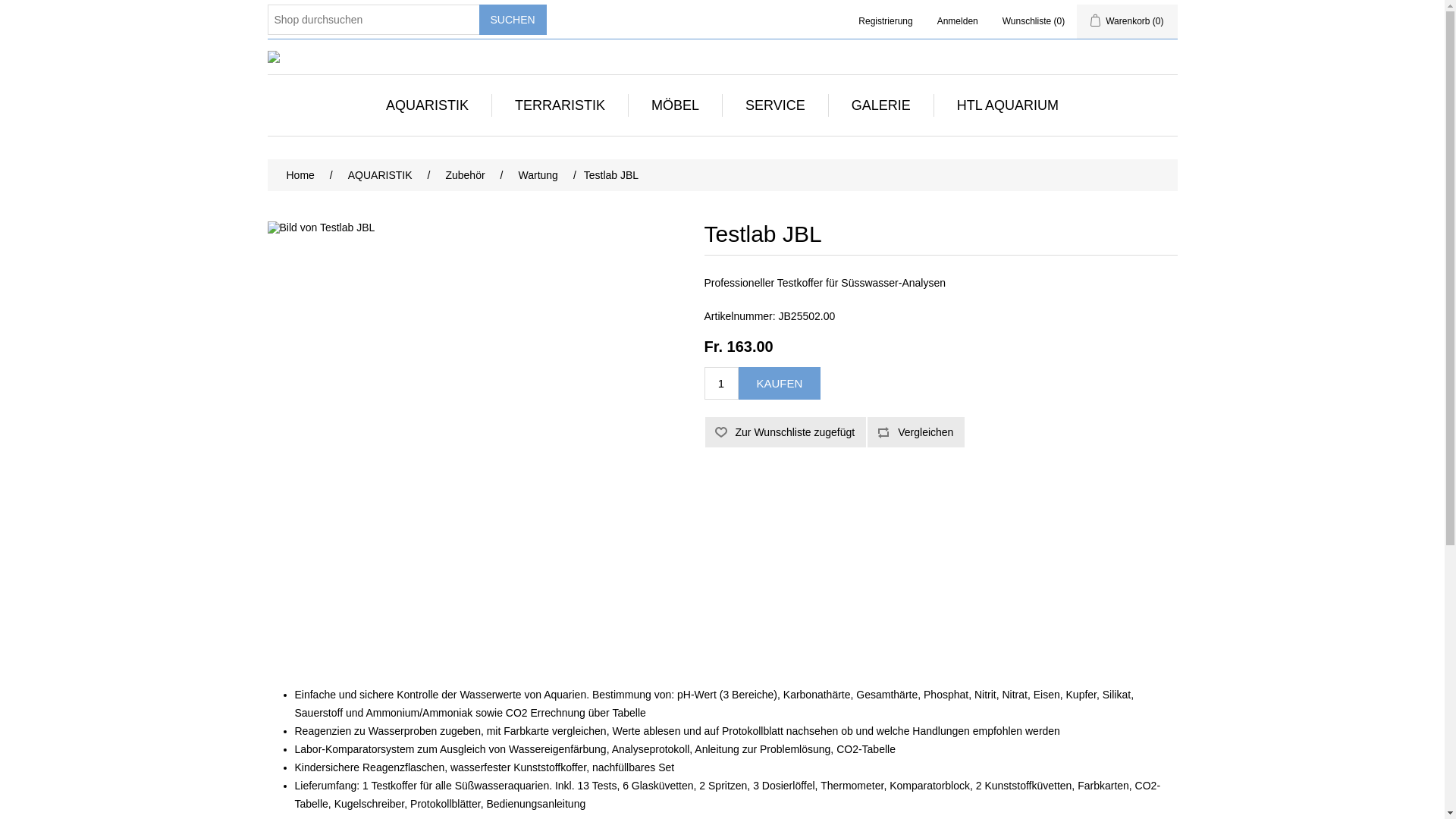 The width and height of the screenshot is (1456, 819). Describe the element at coordinates (780, 382) in the screenshot. I see `'Kaufen'` at that location.